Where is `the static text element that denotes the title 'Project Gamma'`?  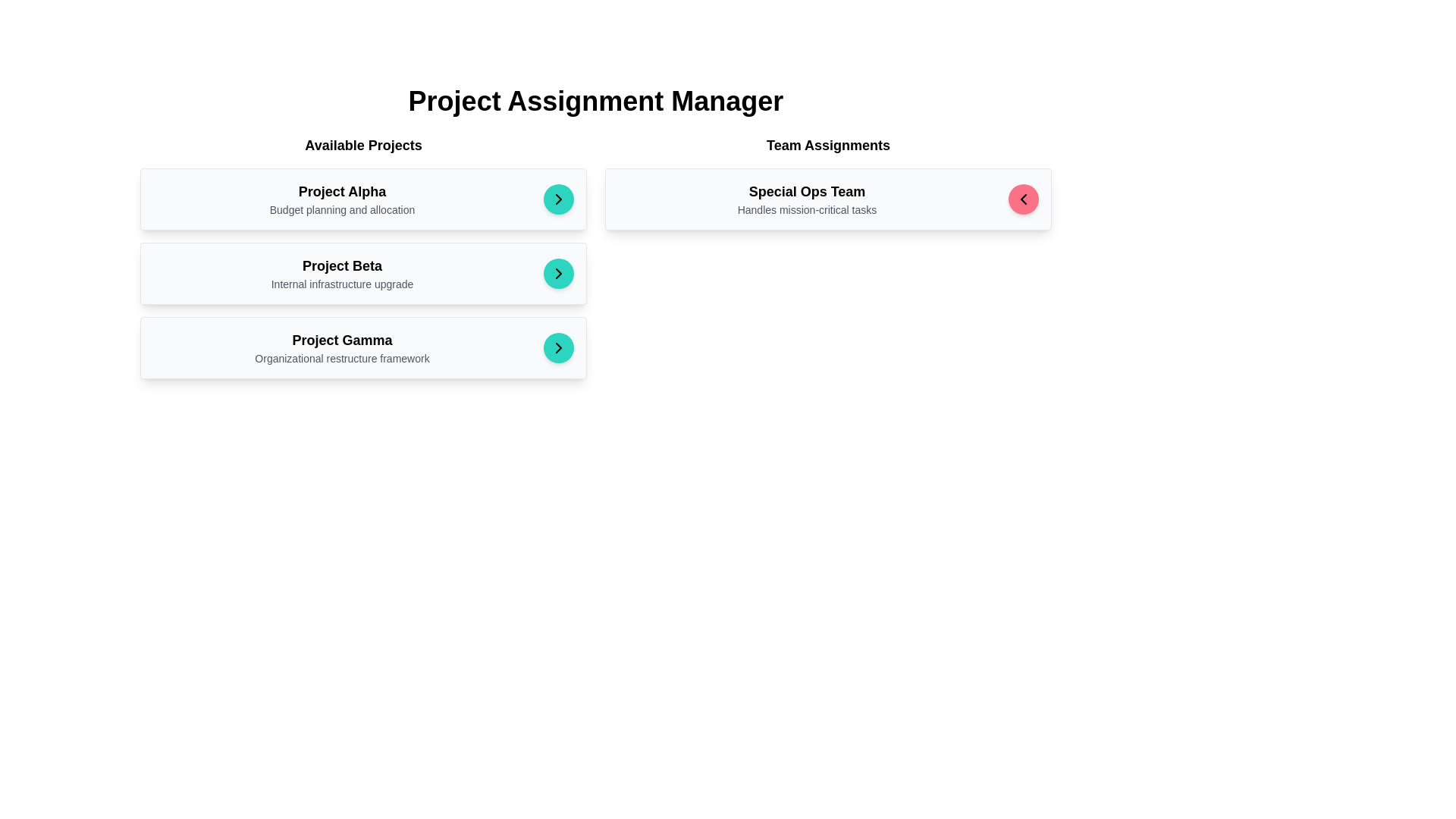
the static text element that denotes the title 'Project Gamma' is located at coordinates (341, 339).